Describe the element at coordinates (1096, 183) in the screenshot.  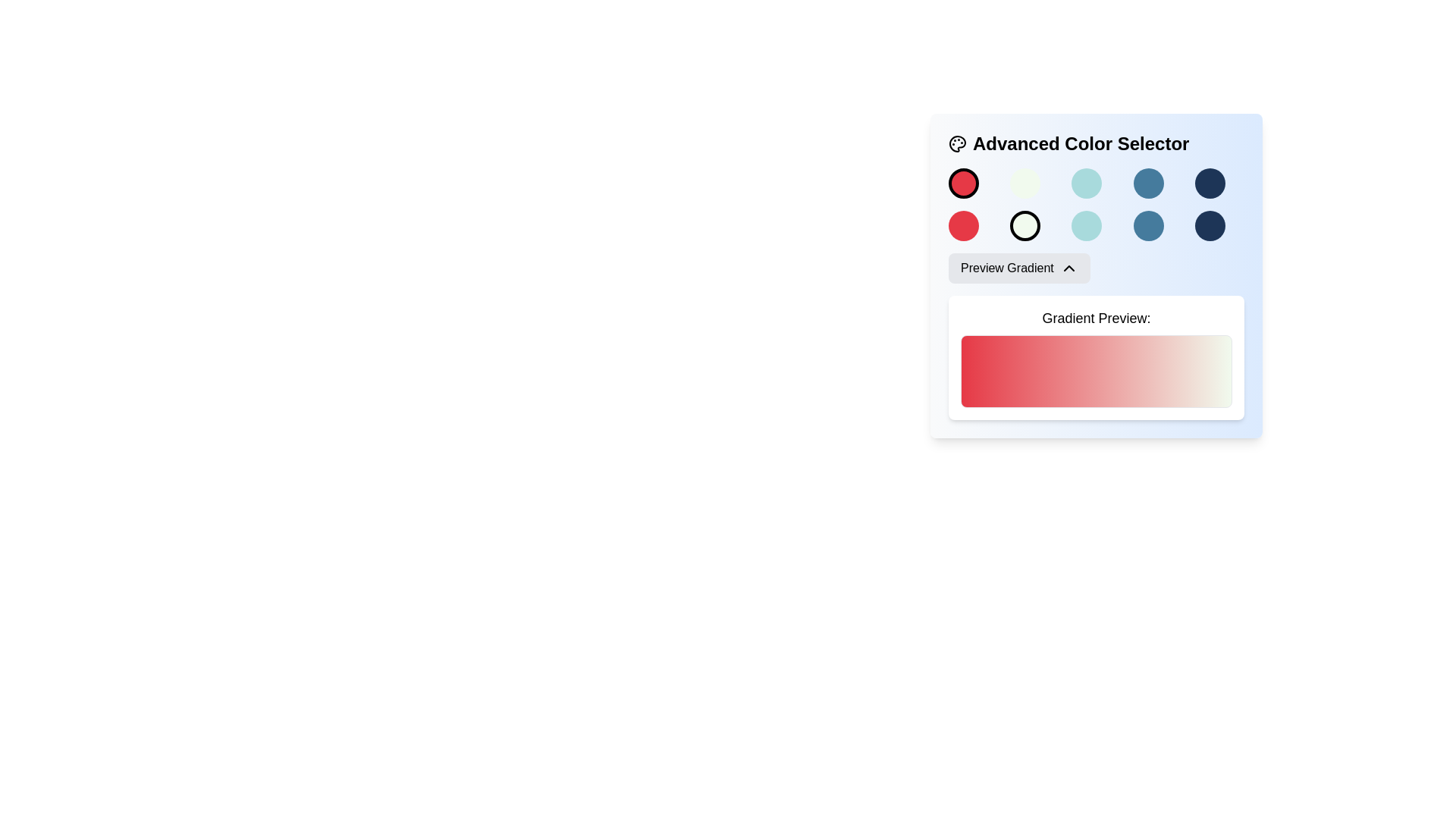
I see `the color circle in the horizontal grid of selectable color circles below the 'Advanced Color Selector' title` at that location.